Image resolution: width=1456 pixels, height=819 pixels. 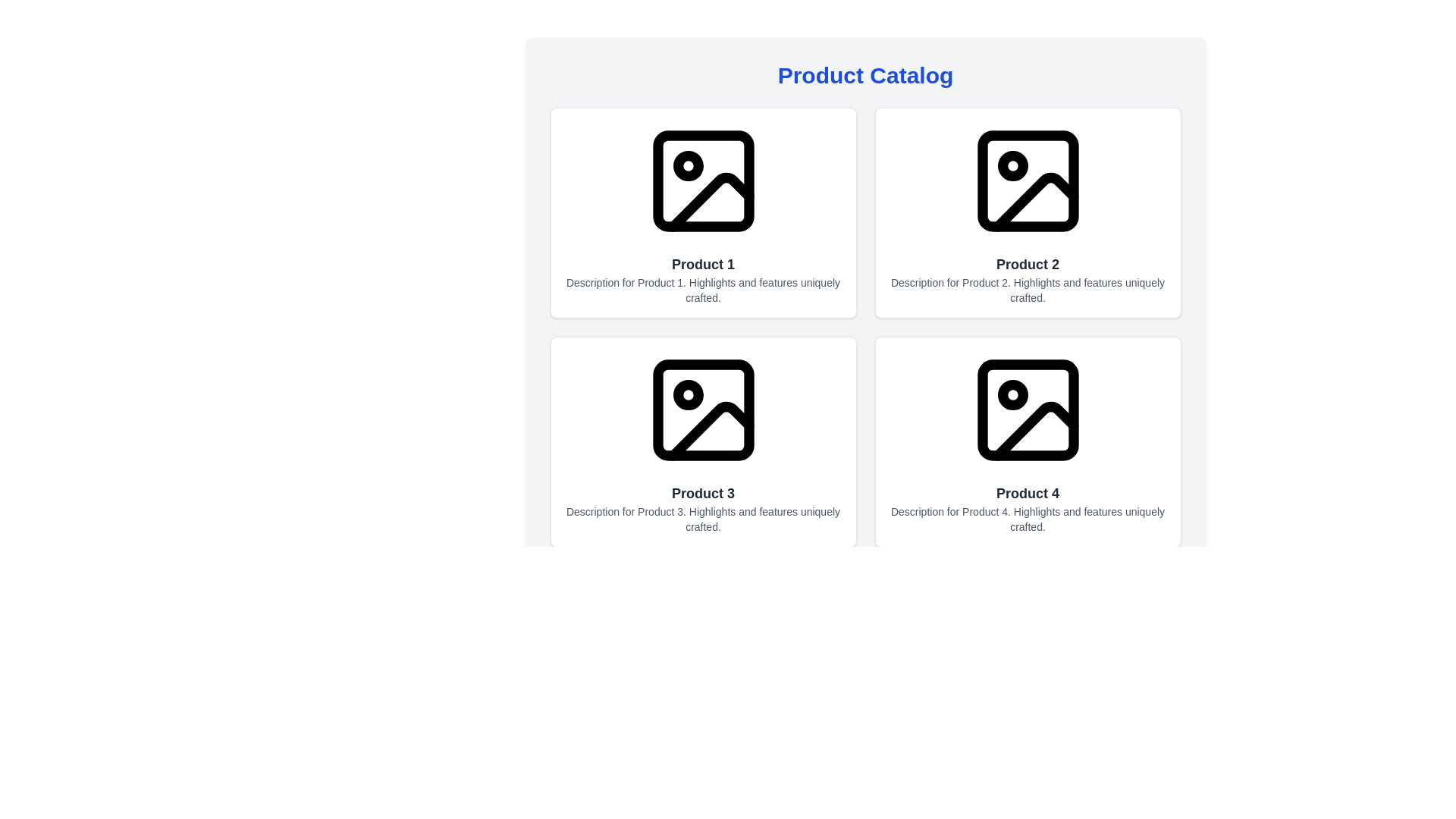 What do you see at coordinates (702, 180) in the screenshot?
I see `the Rectangle element within the SVG graphic that serves as an image placeholder for the Product 1 card, located in the top-left area of the icon` at bounding box center [702, 180].